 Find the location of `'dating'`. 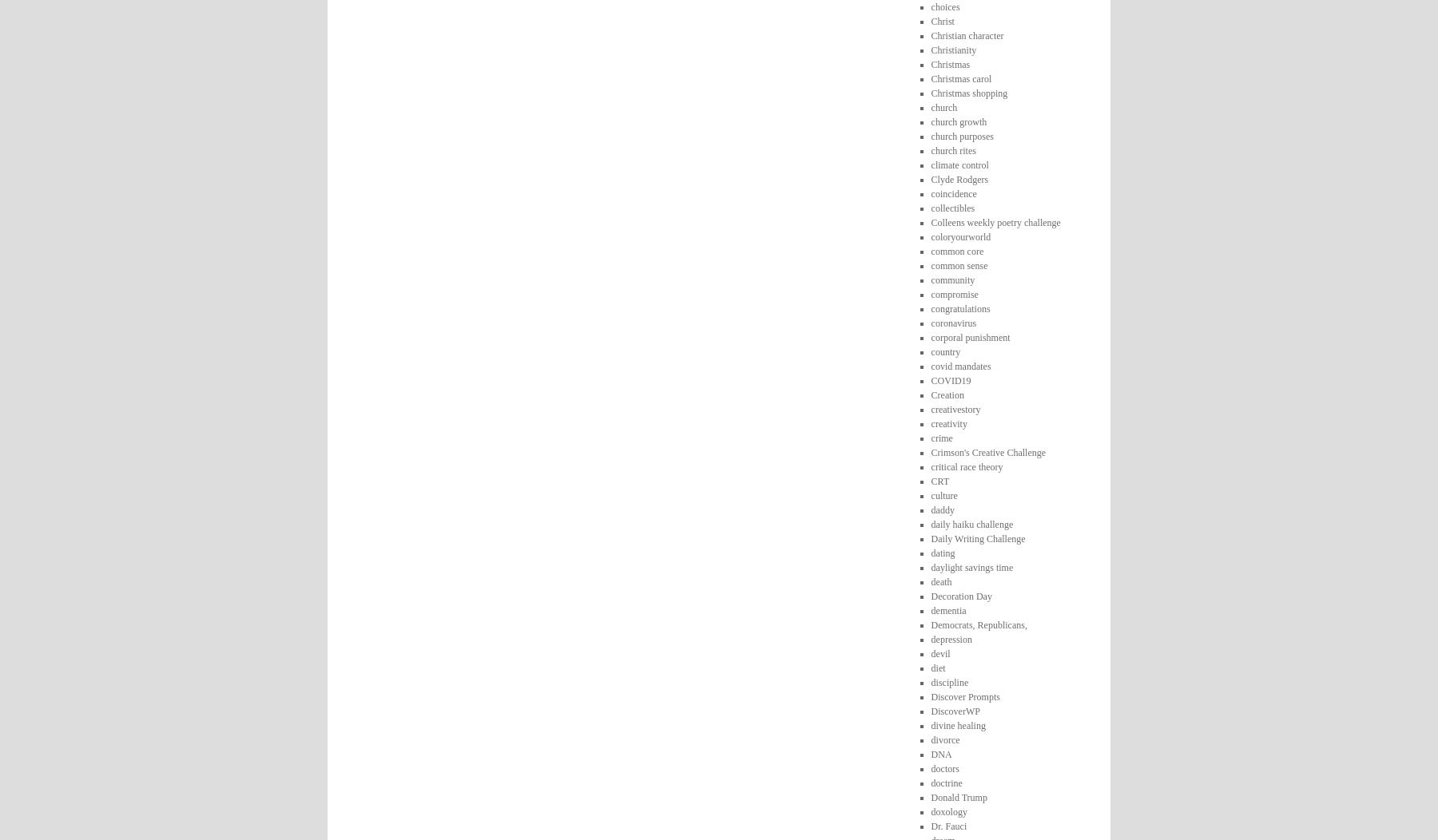

'dating' is located at coordinates (942, 552).